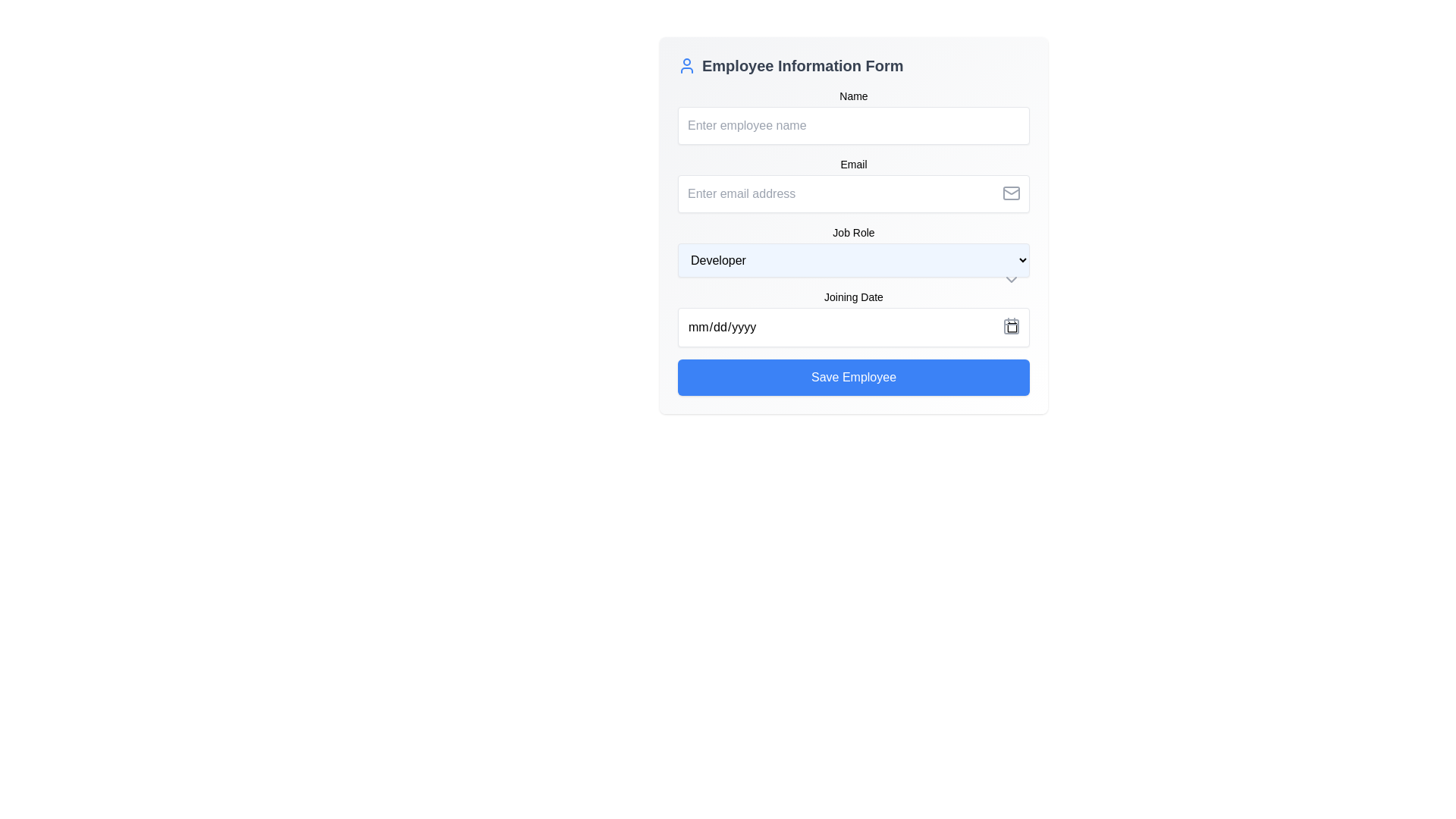  I want to click on the Decorative Icon, which is a minimalist light gray envelope icon located to the right of the email input field, so click(1012, 192).